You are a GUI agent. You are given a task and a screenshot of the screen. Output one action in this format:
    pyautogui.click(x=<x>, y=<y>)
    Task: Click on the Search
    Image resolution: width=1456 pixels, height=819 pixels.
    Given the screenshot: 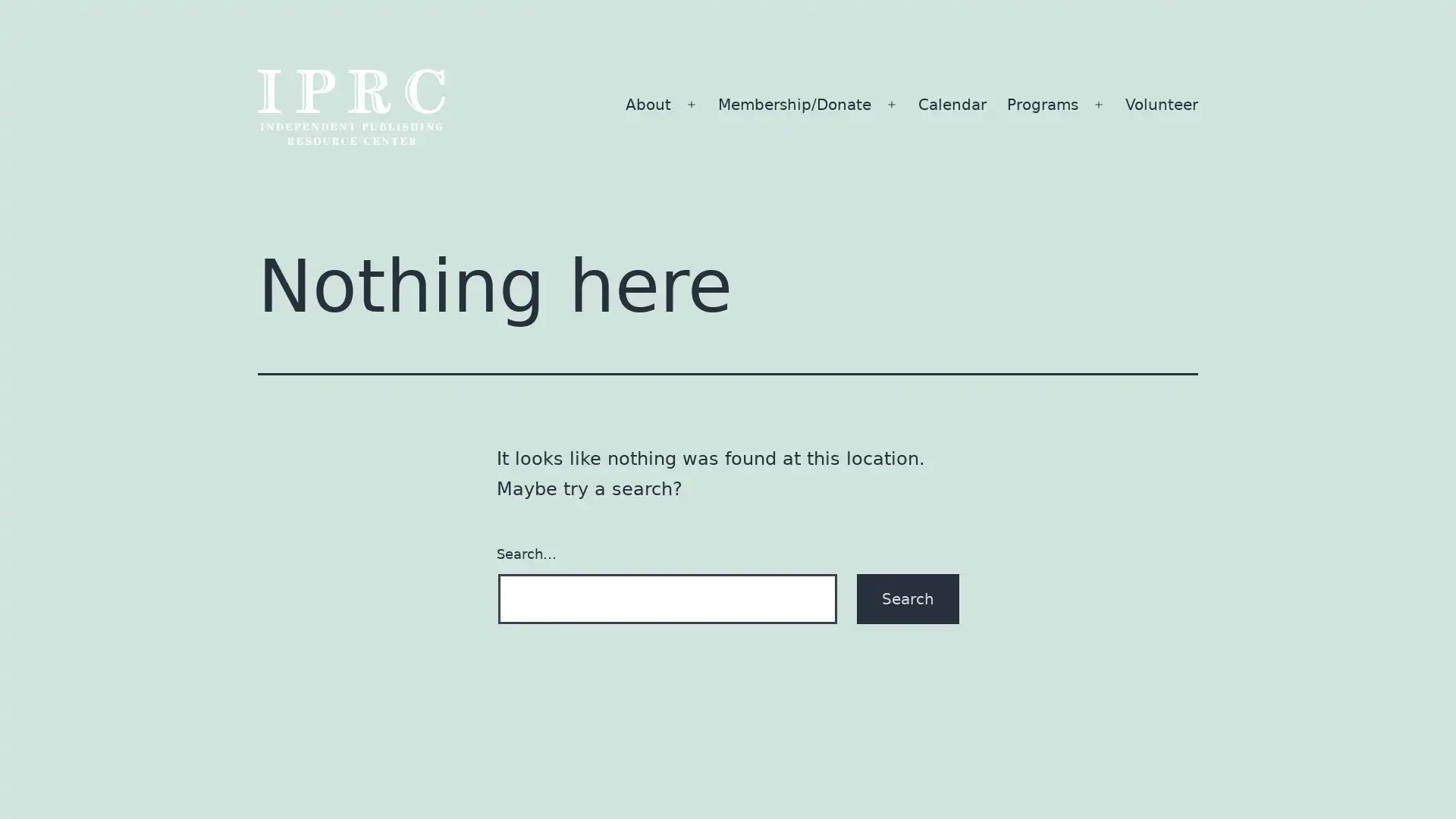 What is the action you would take?
    pyautogui.click(x=908, y=598)
    